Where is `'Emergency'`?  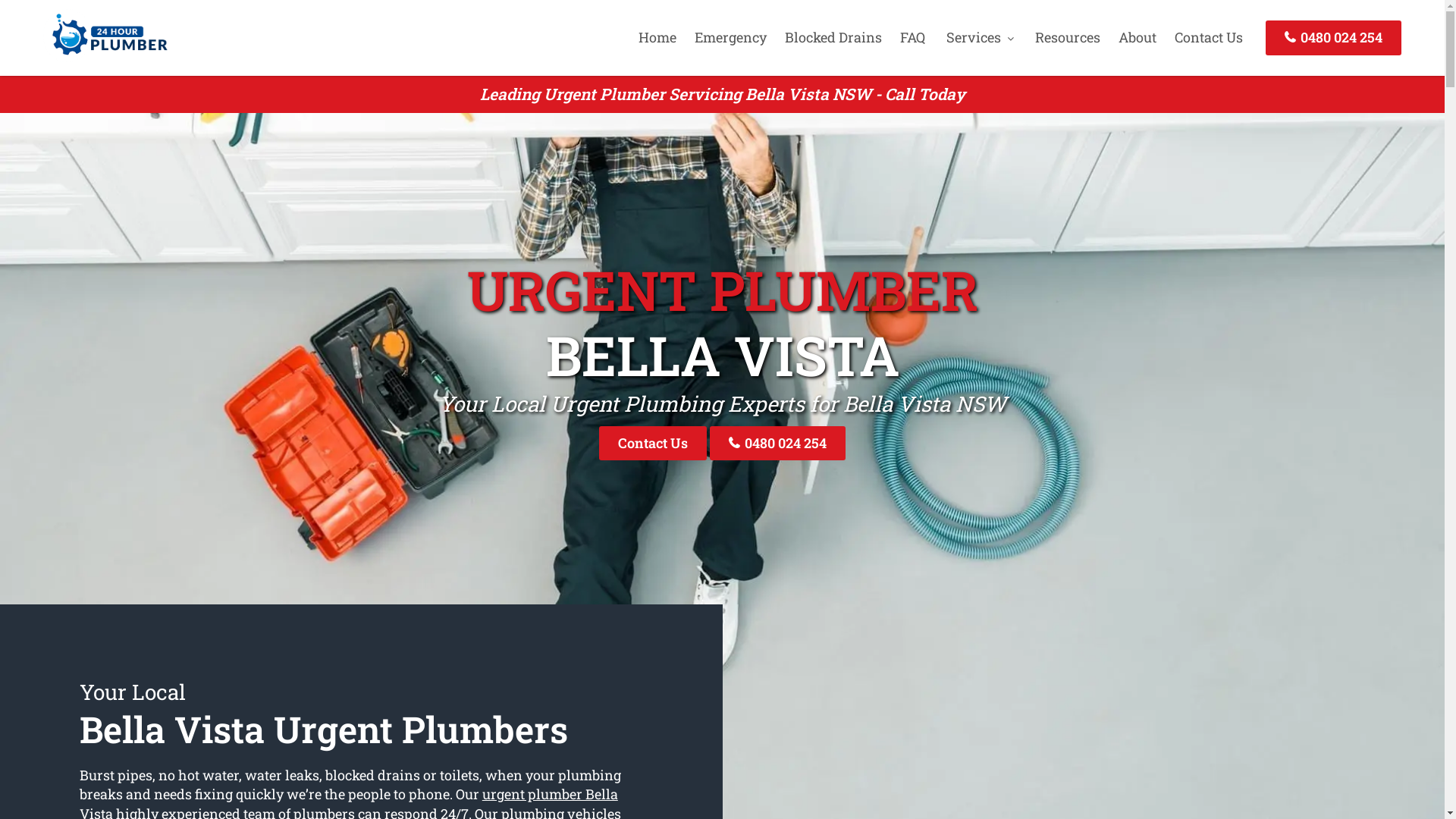 'Emergency' is located at coordinates (730, 36).